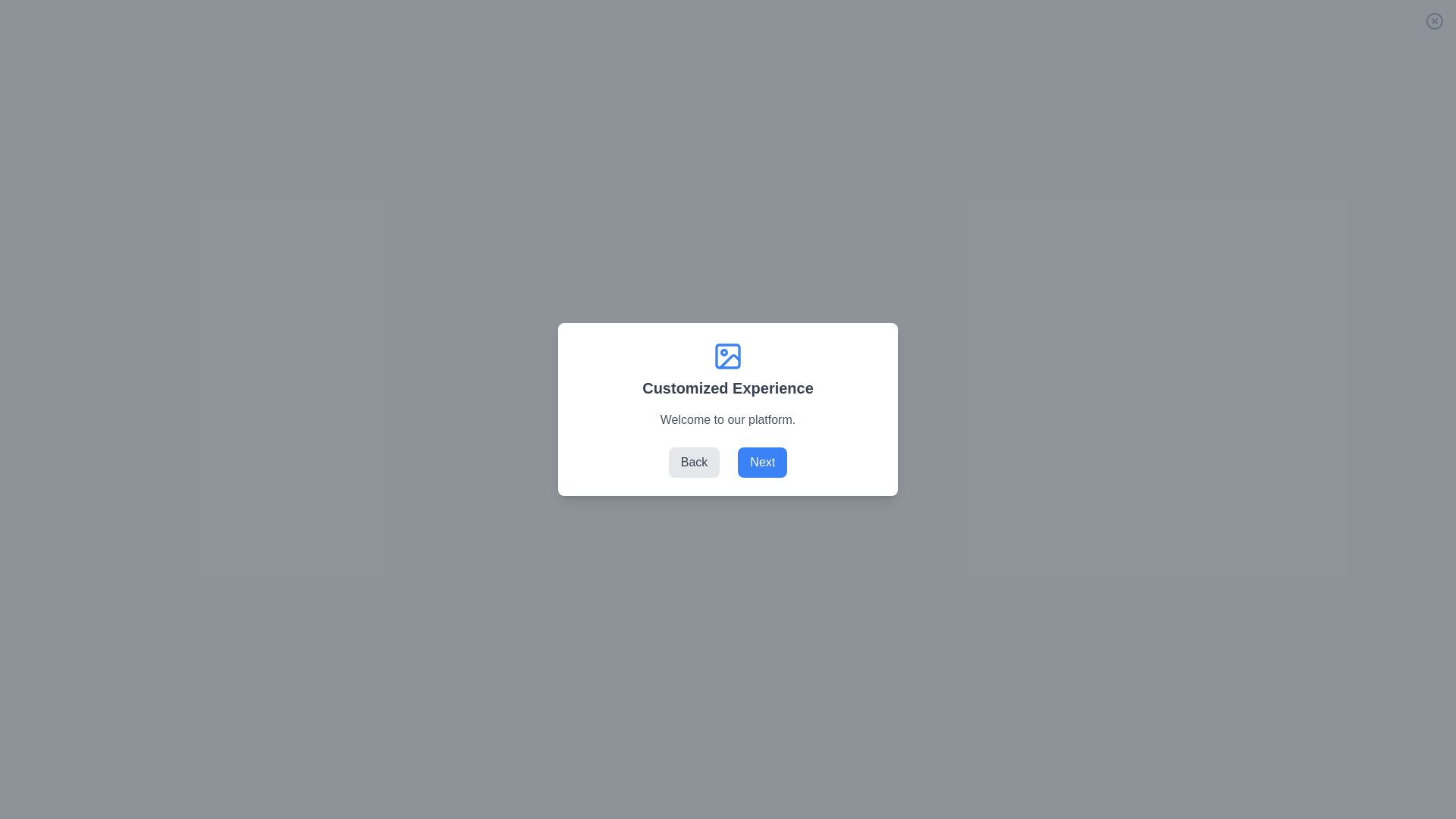  What do you see at coordinates (693, 461) in the screenshot?
I see `the 'Back' button to navigate to the previous informational message` at bounding box center [693, 461].